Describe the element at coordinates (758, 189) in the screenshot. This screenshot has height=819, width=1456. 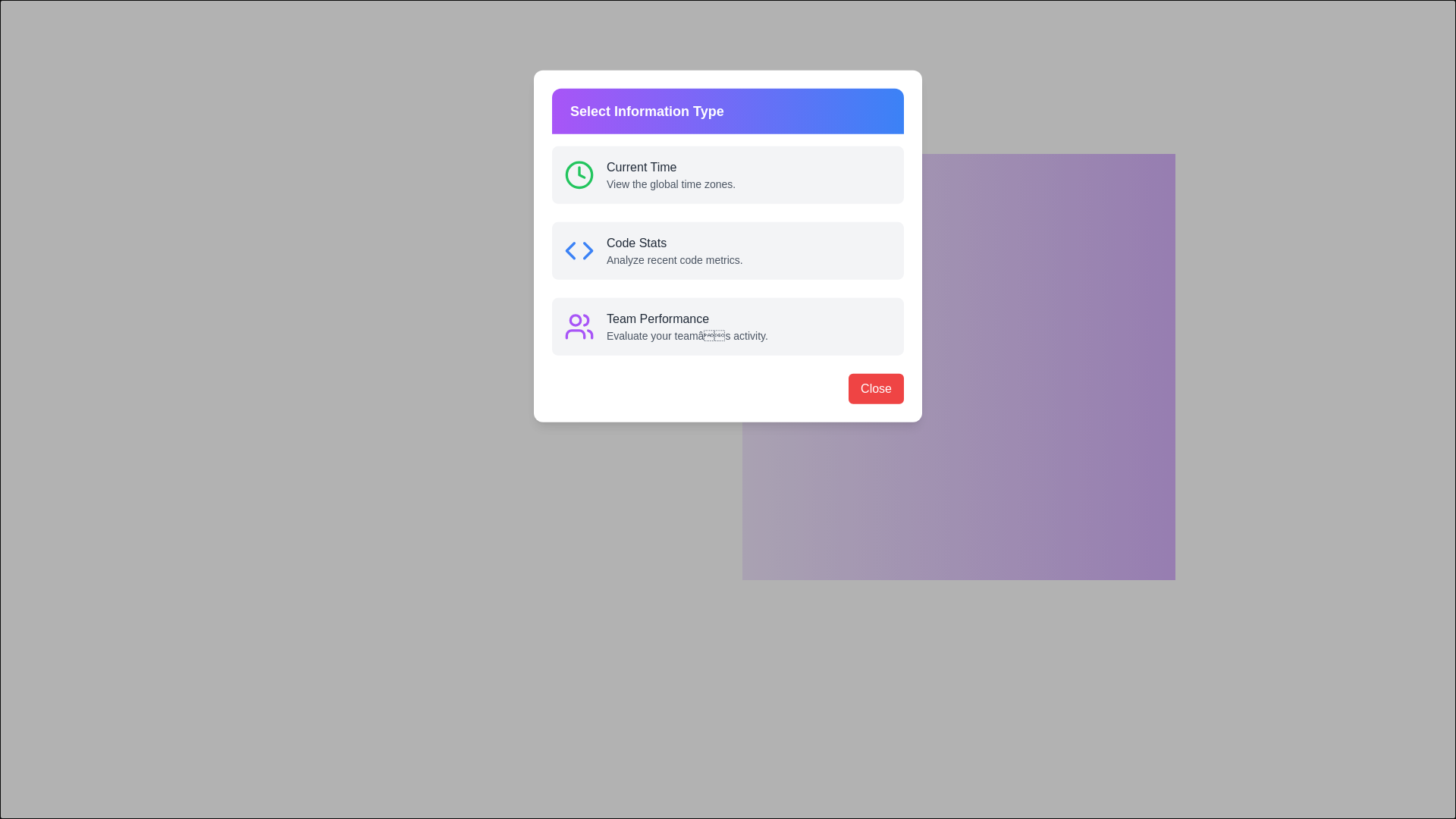
I see `the icon of Current Time information type` at that location.